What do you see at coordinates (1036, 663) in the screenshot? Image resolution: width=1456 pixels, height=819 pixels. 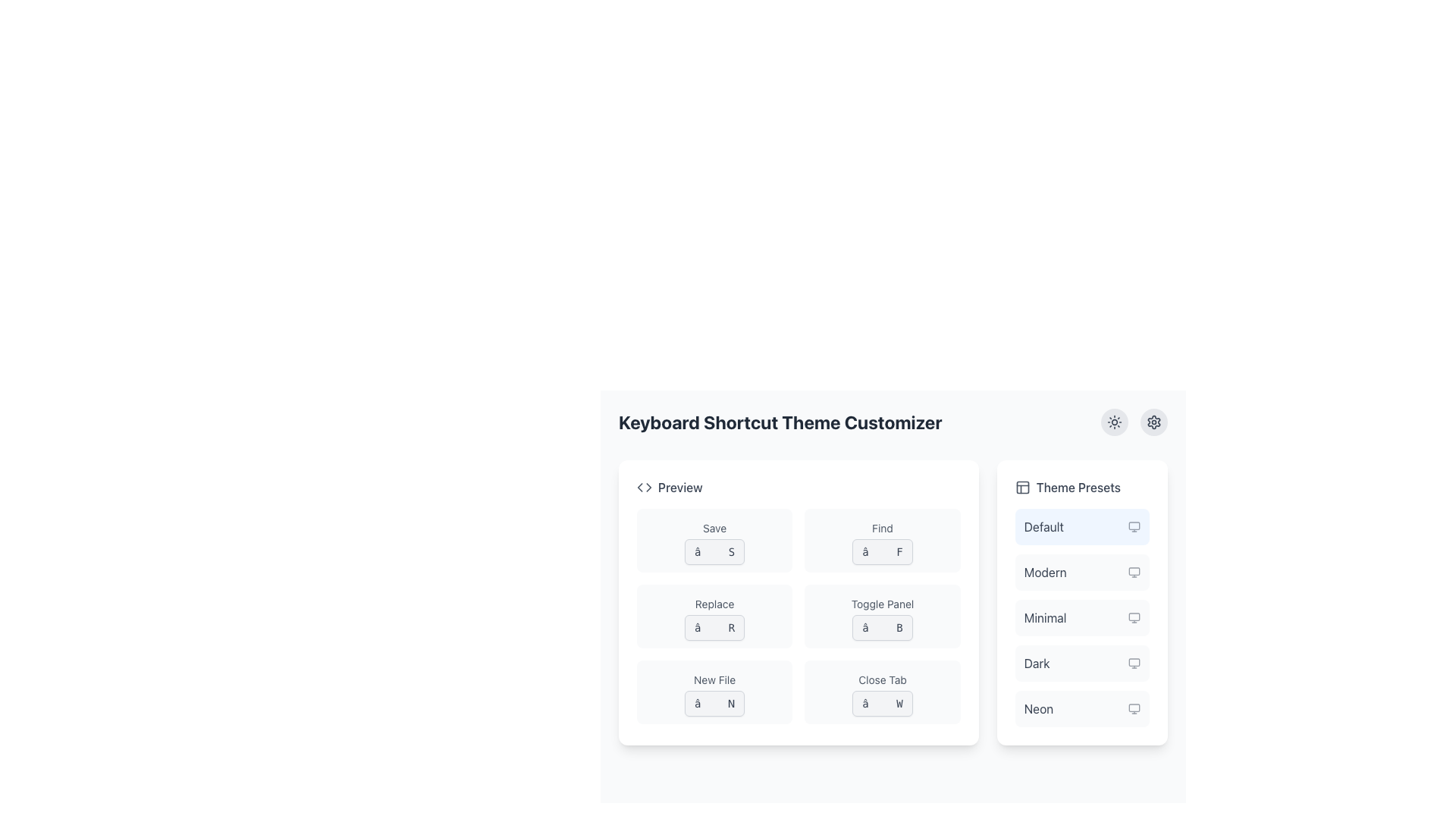 I see `the 'Dark' theme preset label in the Theme Presets section, which is the fourth item in a vertically aligned list, located between the 'Minimal' and 'Neon' items` at bounding box center [1036, 663].